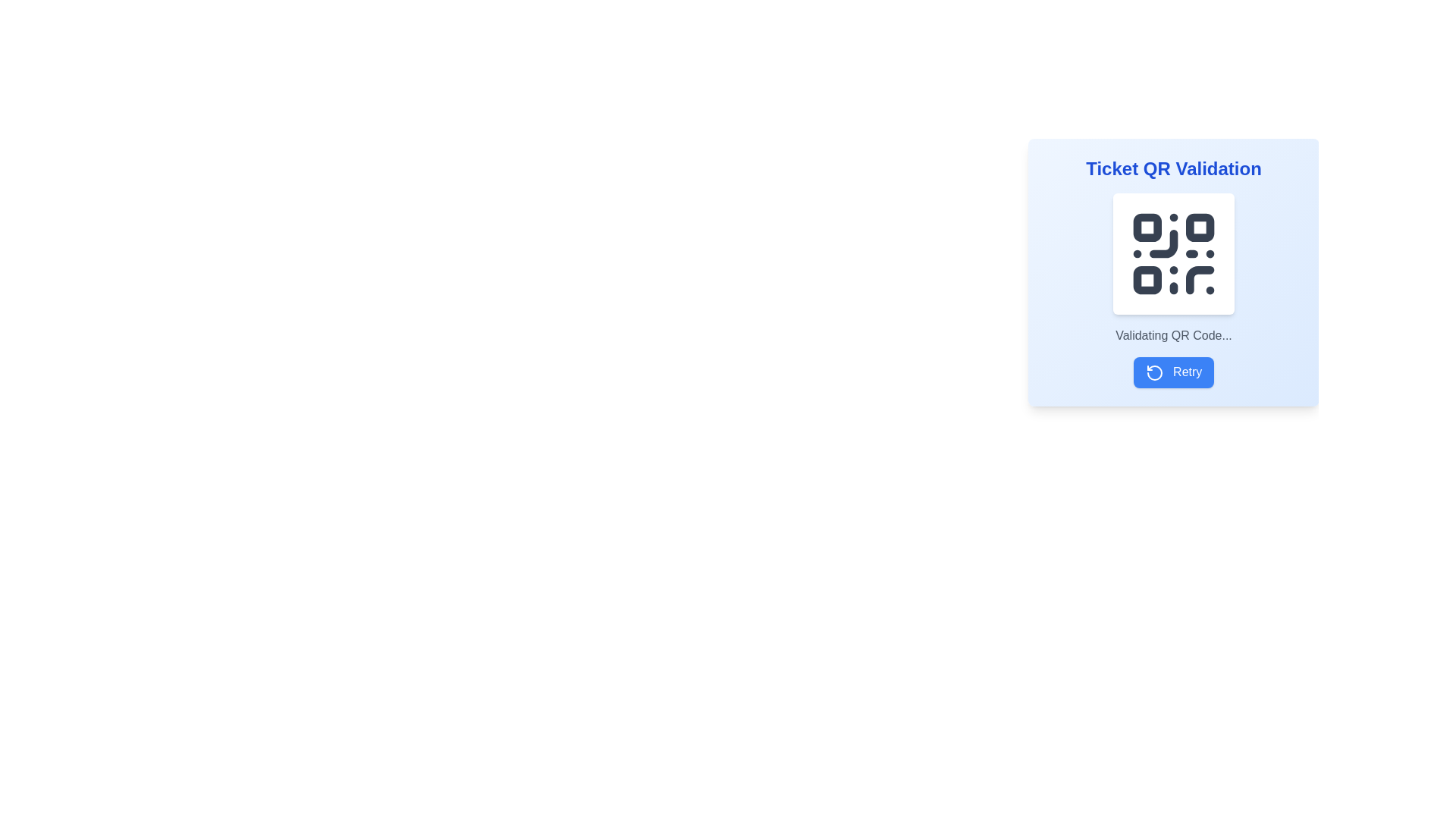 This screenshot has width=1456, height=819. Describe the element at coordinates (1153, 372) in the screenshot. I see `the icon resembling a counter-clockwise rotating arrow within the blue 'Retry' button` at that location.